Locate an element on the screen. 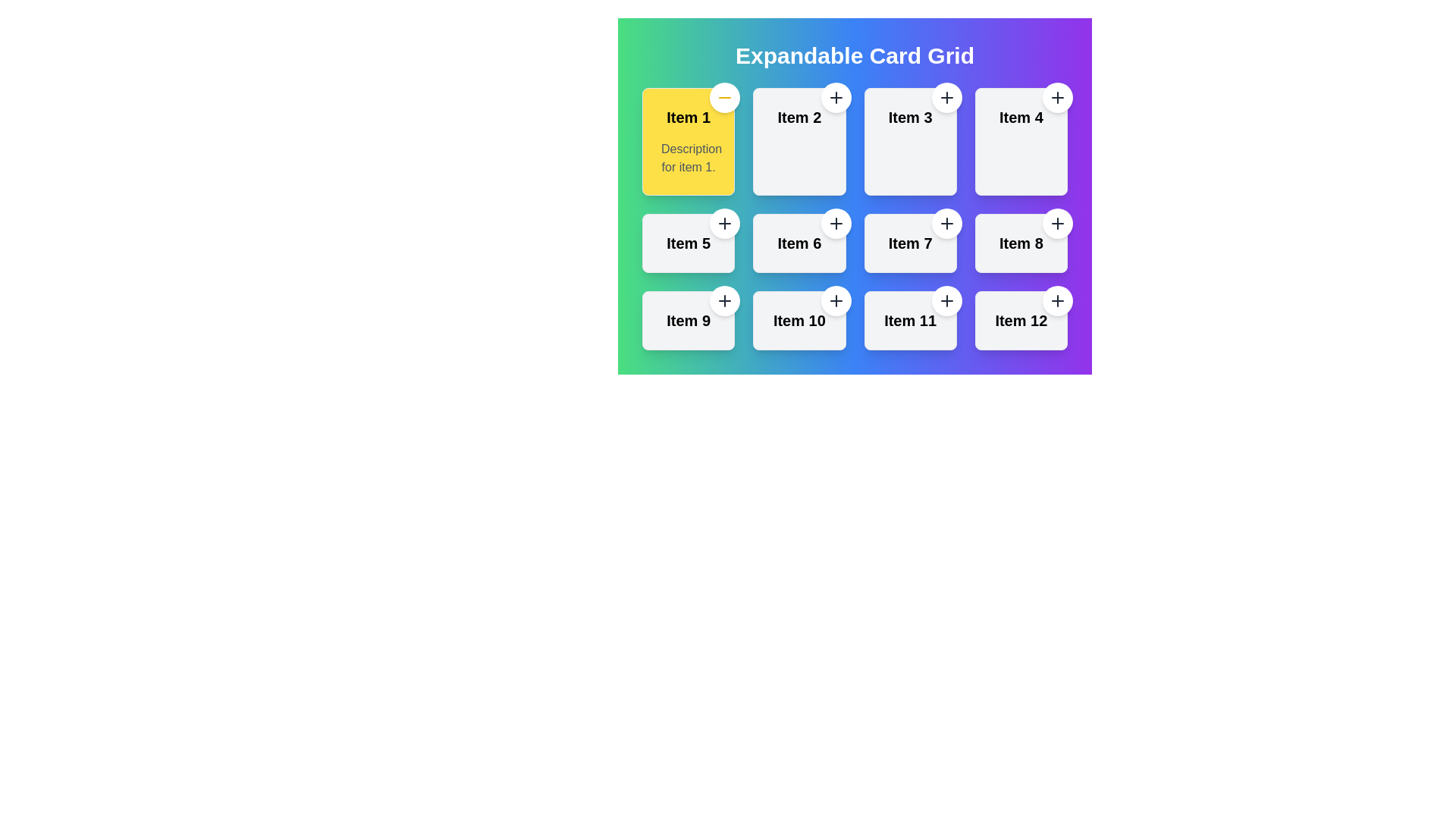 The height and width of the screenshot is (819, 1456). the displayed text 'Item 12' in the bold, large font size located at the center of the twelfth card in a 4x3 grid layout is located at coordinates (1021, 320).